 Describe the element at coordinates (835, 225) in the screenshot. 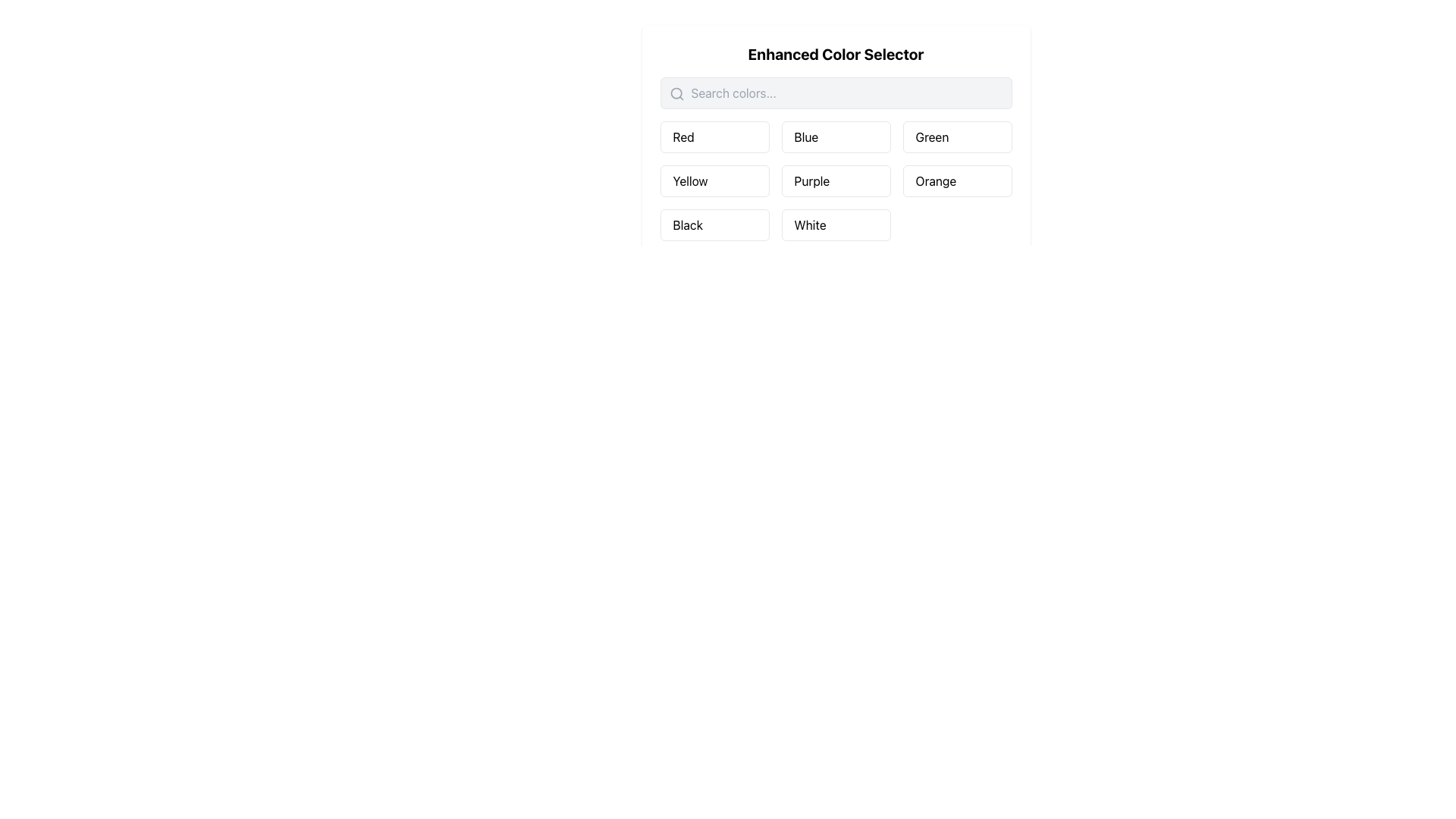

I see `the 'White' color button located in the third row, middle column of the grid` at that location.